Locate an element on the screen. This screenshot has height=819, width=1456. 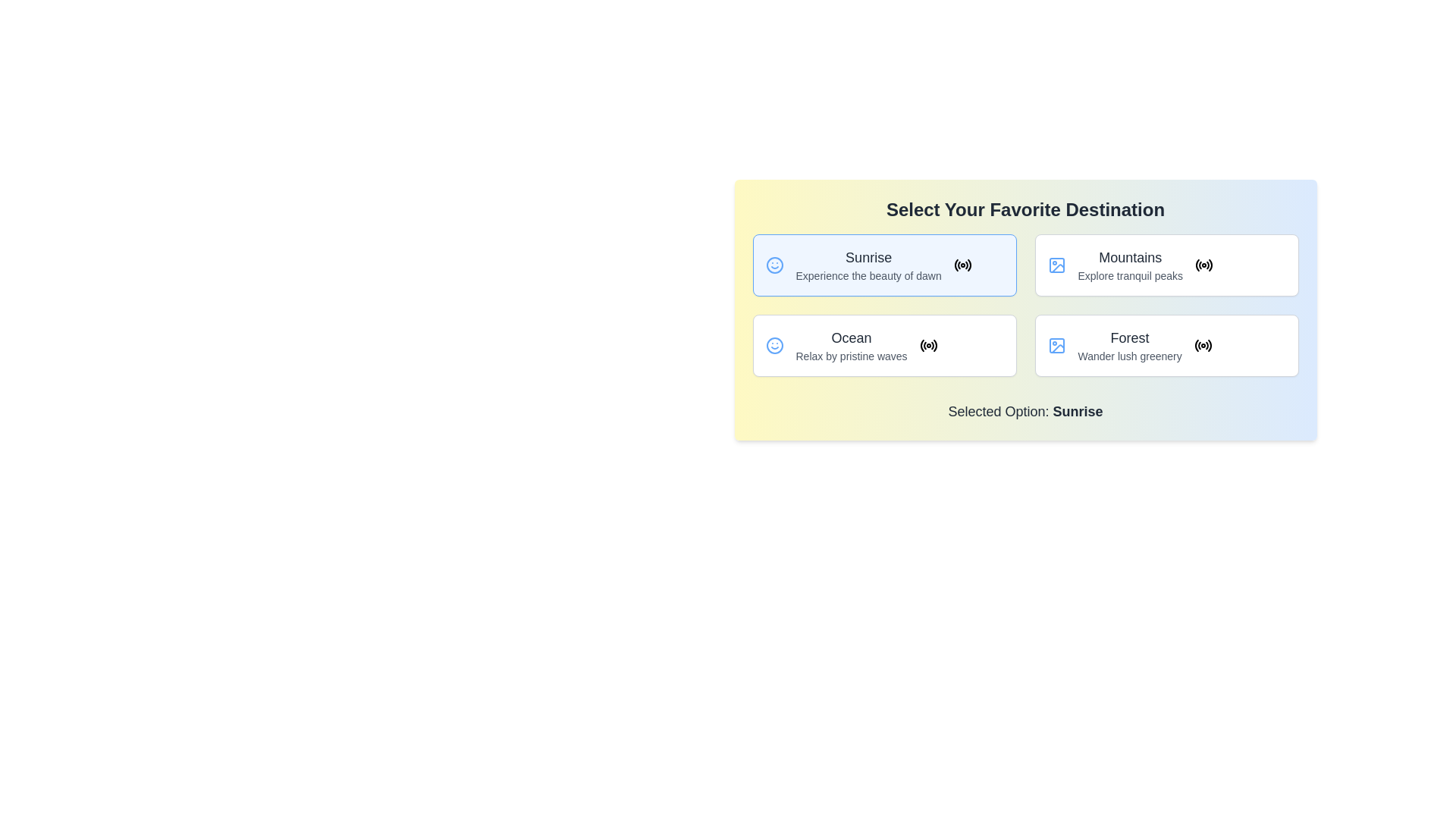
the picture frame icon styled in blue, located in the center left portion of the 'Forest' card is located at coordinates (1056, 345).